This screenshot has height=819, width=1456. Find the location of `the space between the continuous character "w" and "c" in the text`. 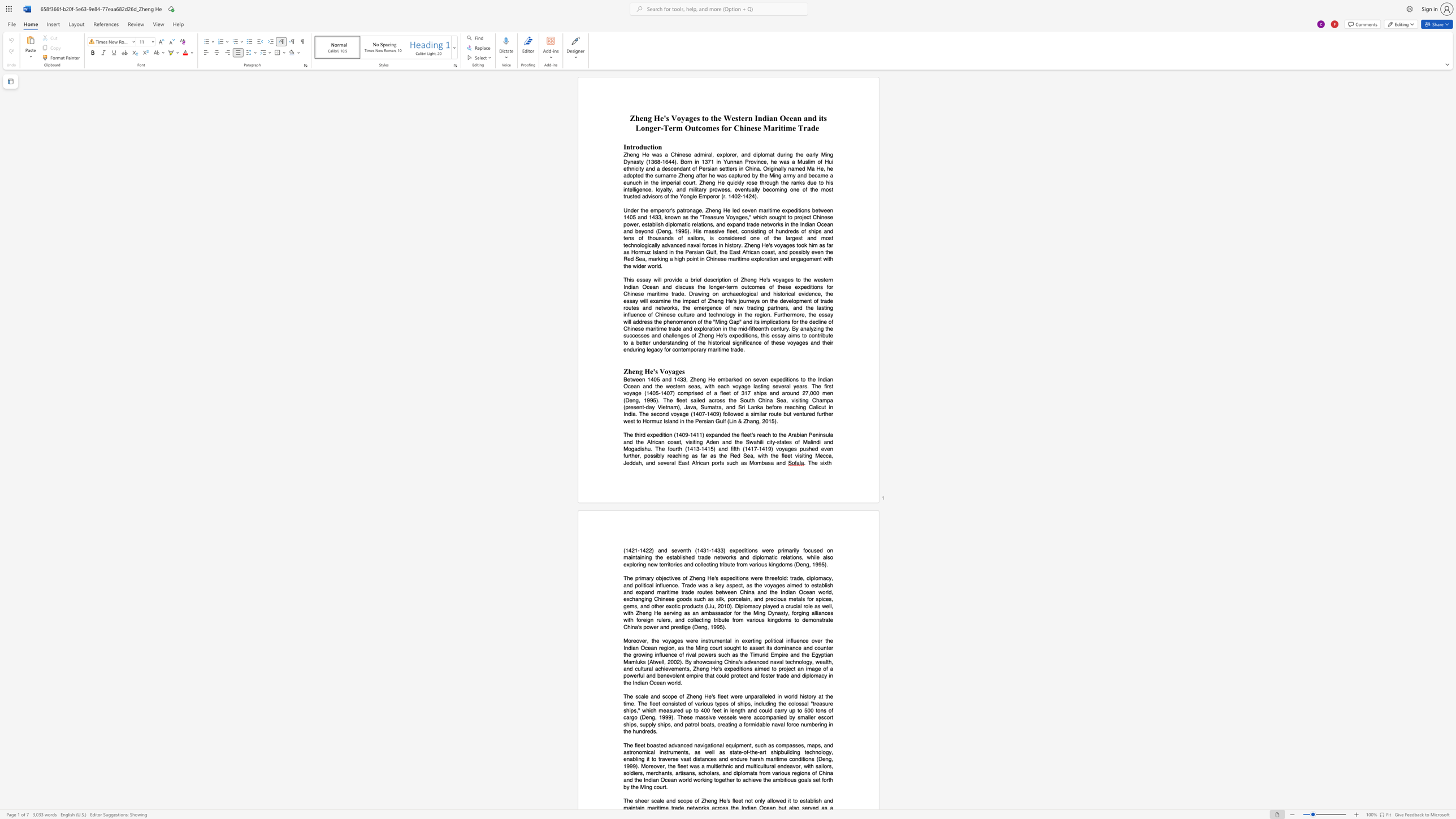

the space between the continuous character "w" and "c" in the text is located at coordinates (705, 661).